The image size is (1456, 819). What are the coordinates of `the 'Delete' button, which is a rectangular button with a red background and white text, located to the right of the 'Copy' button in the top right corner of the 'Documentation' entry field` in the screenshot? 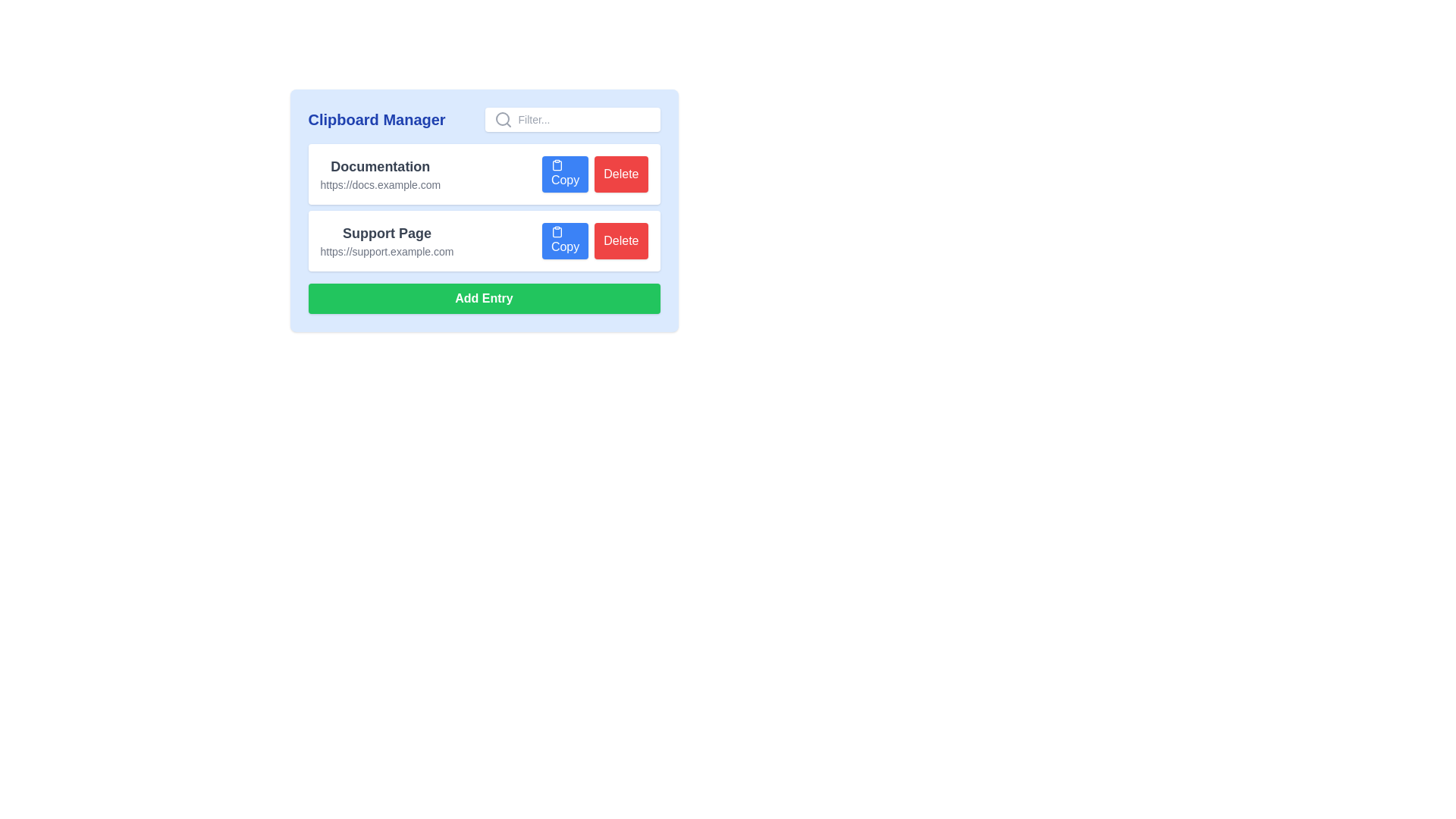 It's located at (621, 174).